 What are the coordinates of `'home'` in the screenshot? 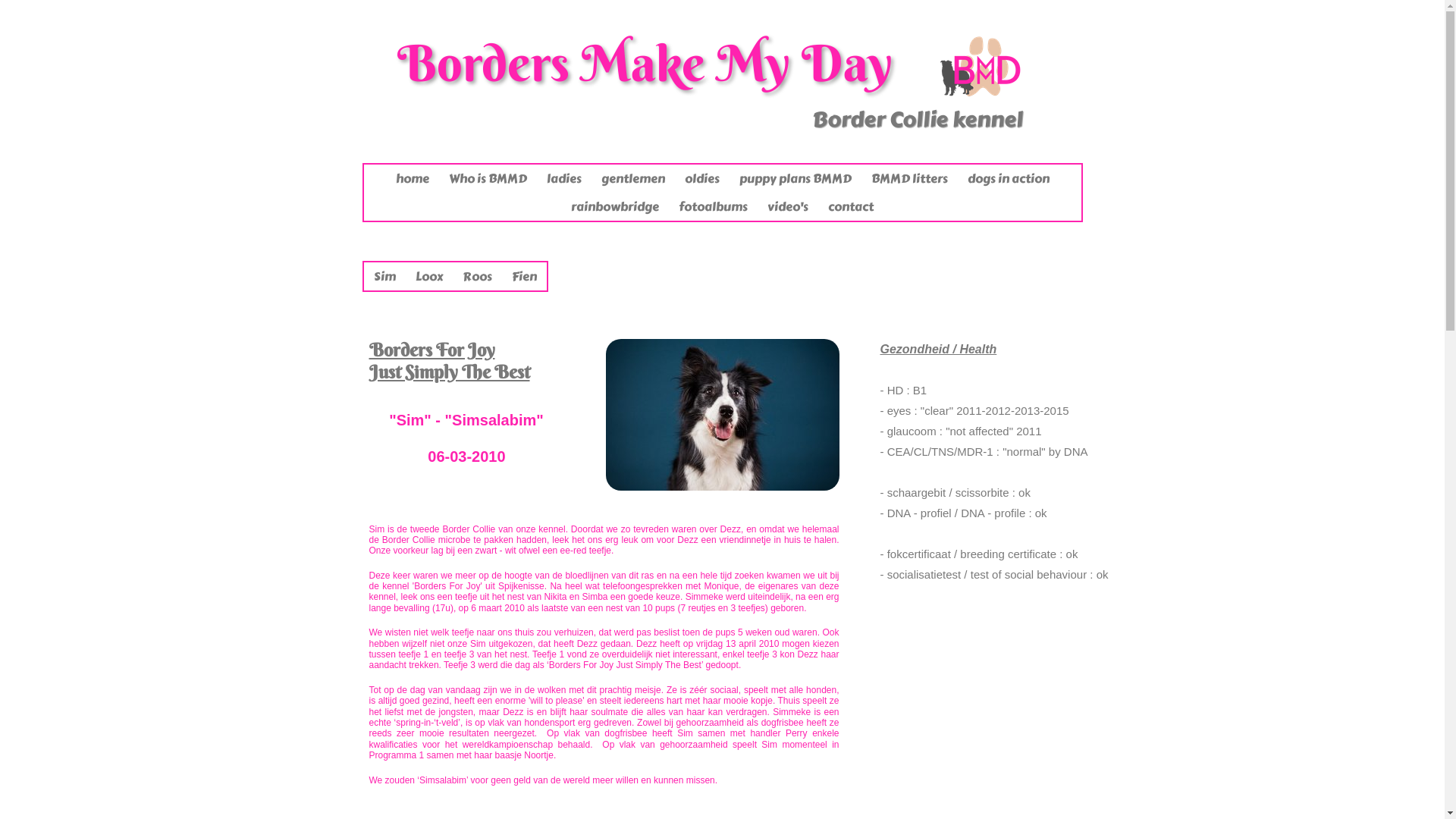 It's located at (411, 177).